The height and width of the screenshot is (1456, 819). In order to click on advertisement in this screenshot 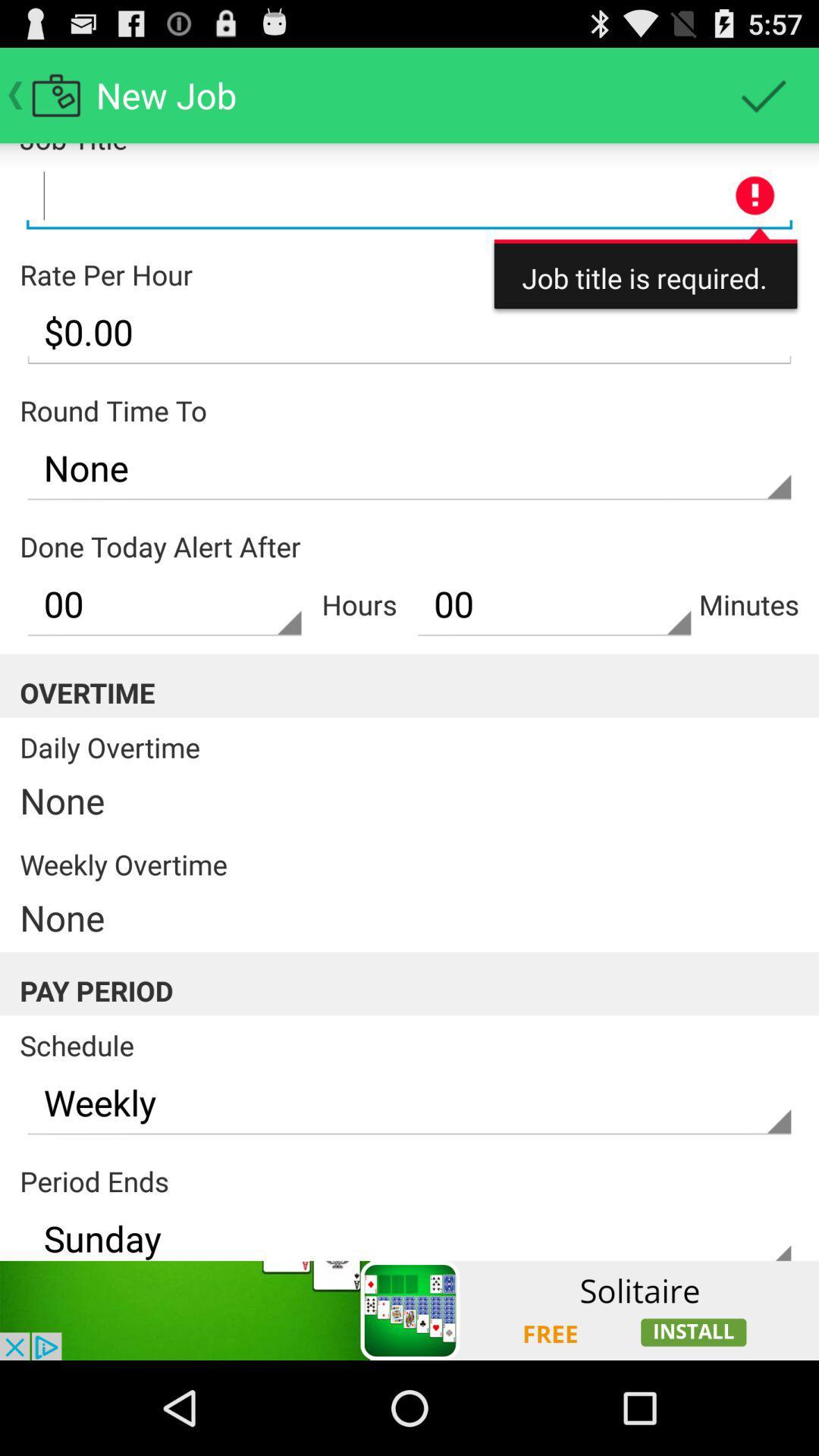, I will do `click(409, 196)`.